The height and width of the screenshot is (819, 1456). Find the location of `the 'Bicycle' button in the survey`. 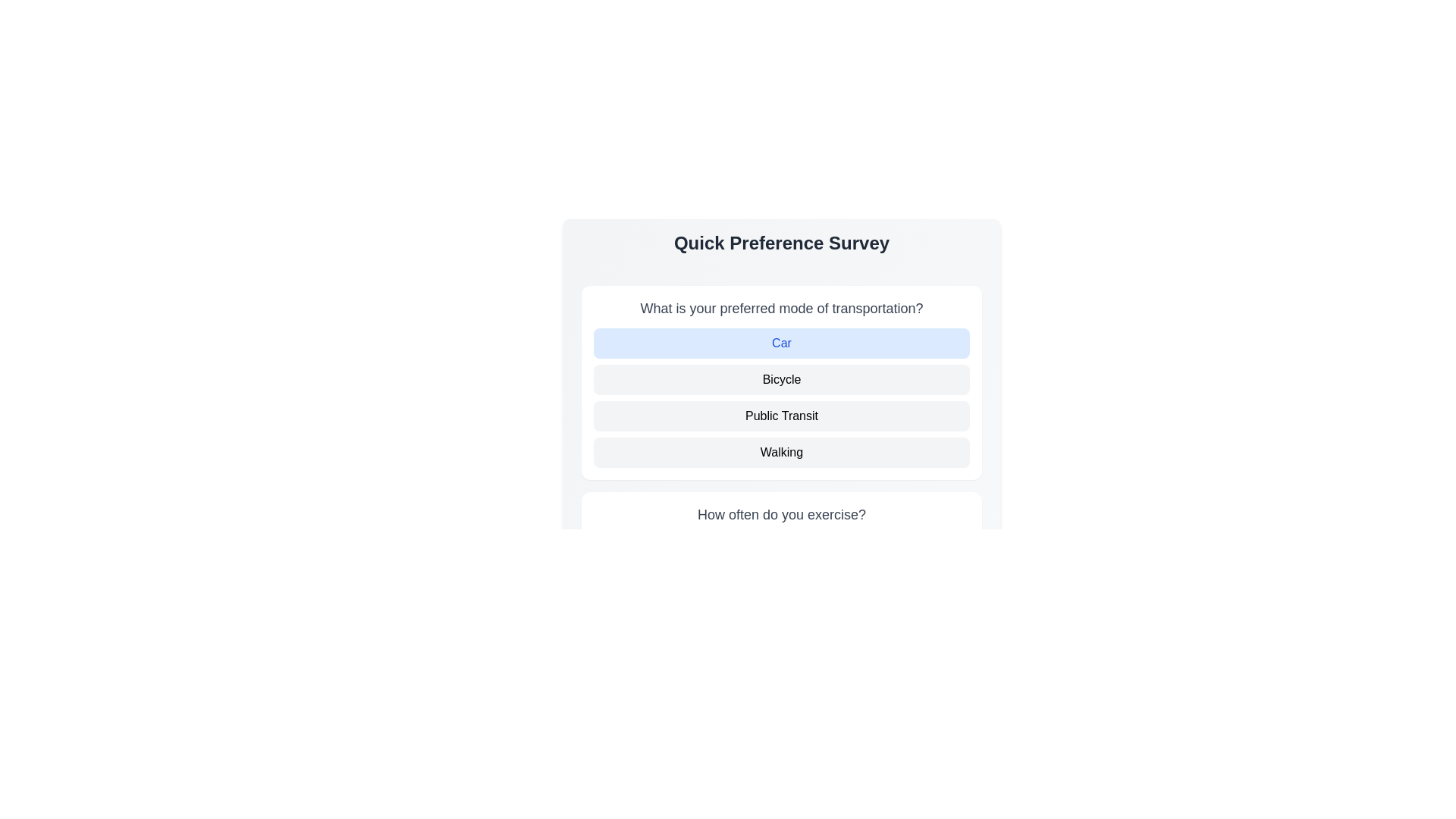

the 'Bicycle' button in the survey is located at coordinates (782, 379).